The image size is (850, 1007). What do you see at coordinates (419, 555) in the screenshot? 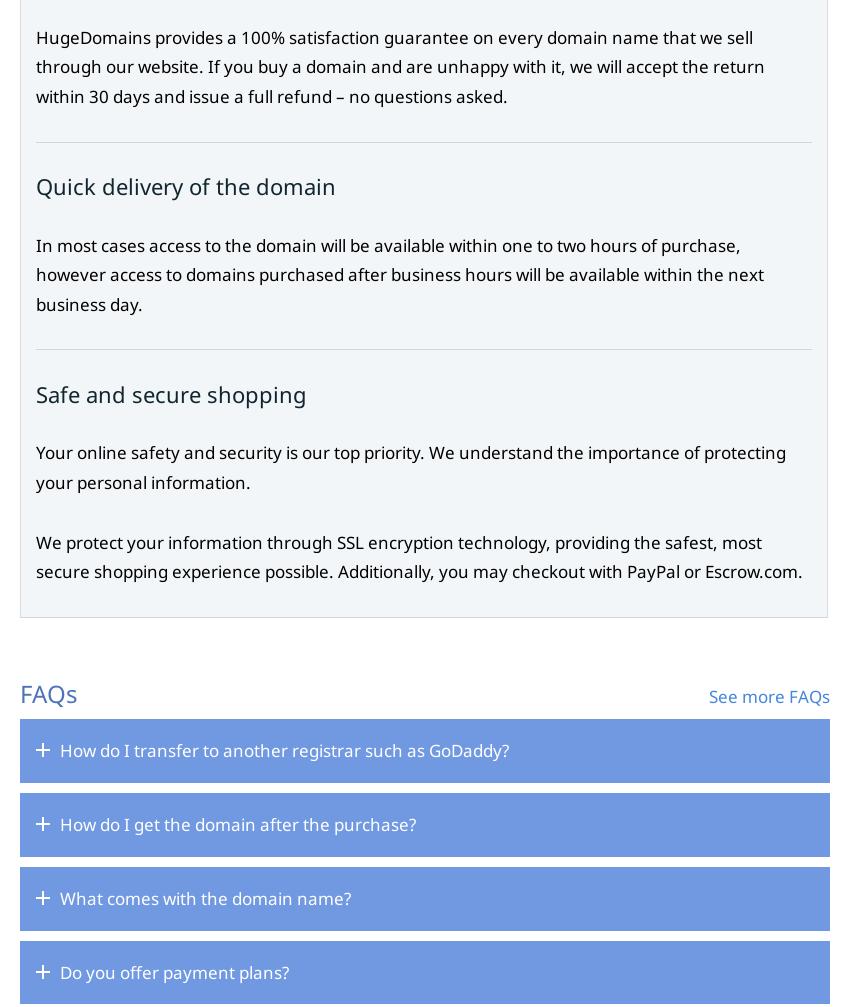
I see `'We protect your information through SSL encryption technology, providing the safest, most secure shopping experience possible. Additionally, you may checkout with PayPal or Escrow.com.'` at bounding box center [419, 555].